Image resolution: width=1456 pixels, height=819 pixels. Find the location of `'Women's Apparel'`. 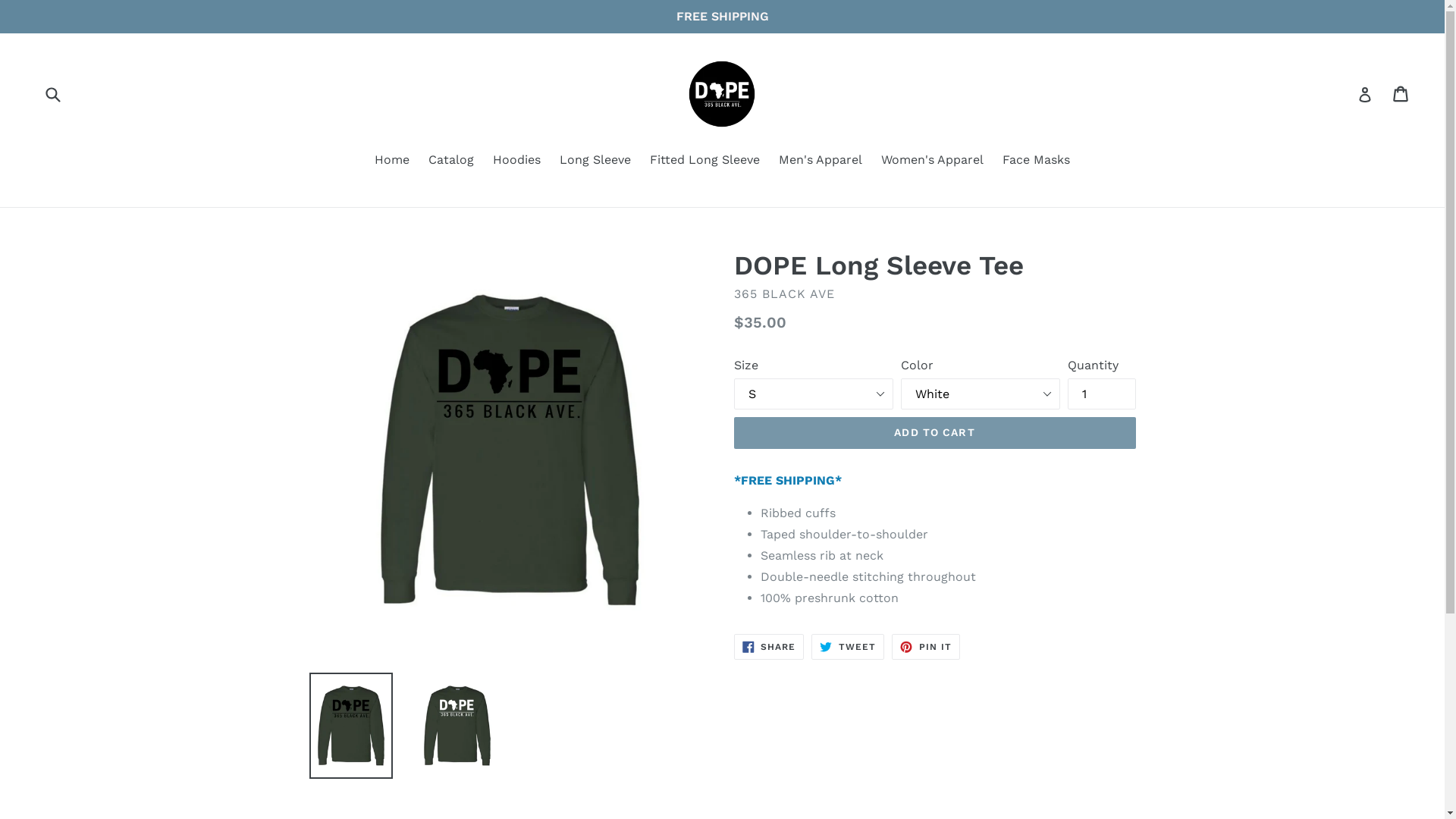

'Women's Apparel' is located at coordinates (931, 161).